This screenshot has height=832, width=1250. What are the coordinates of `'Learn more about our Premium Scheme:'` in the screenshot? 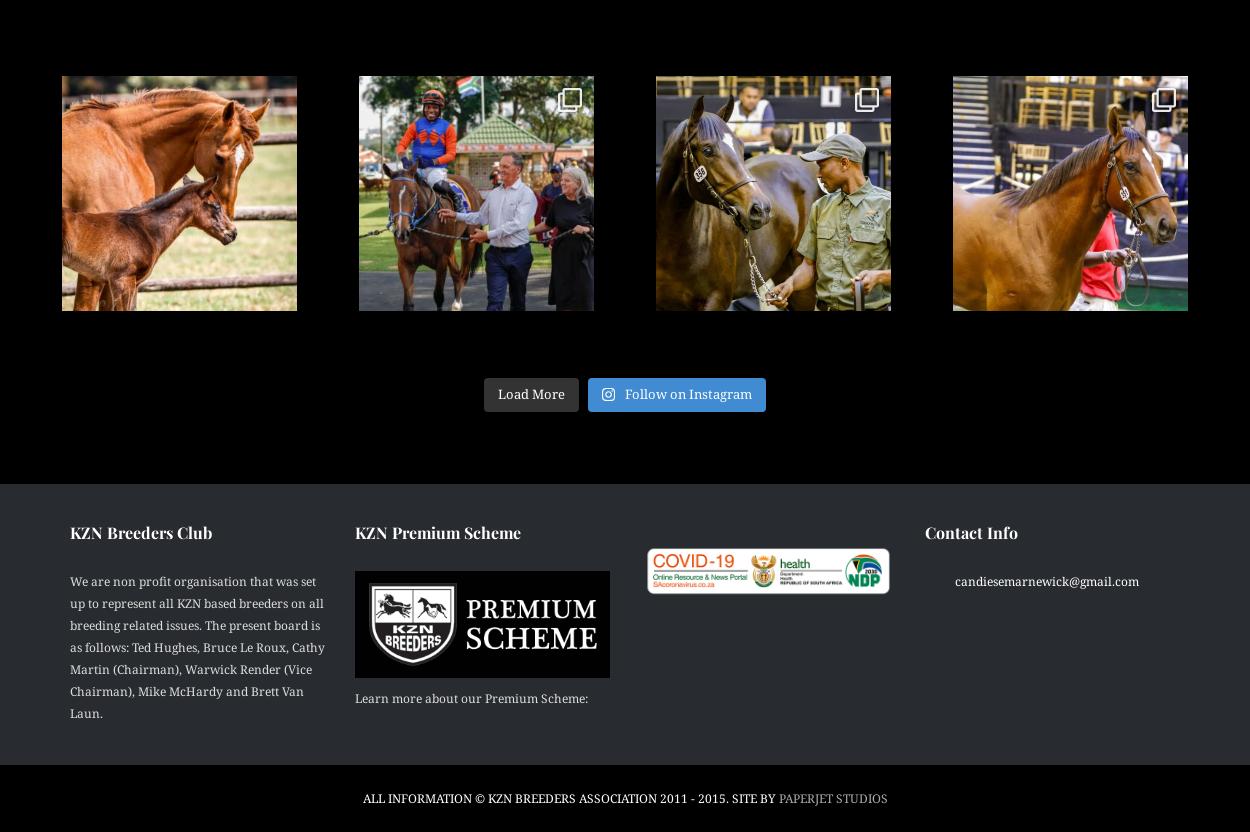 It's located at (470, 697).